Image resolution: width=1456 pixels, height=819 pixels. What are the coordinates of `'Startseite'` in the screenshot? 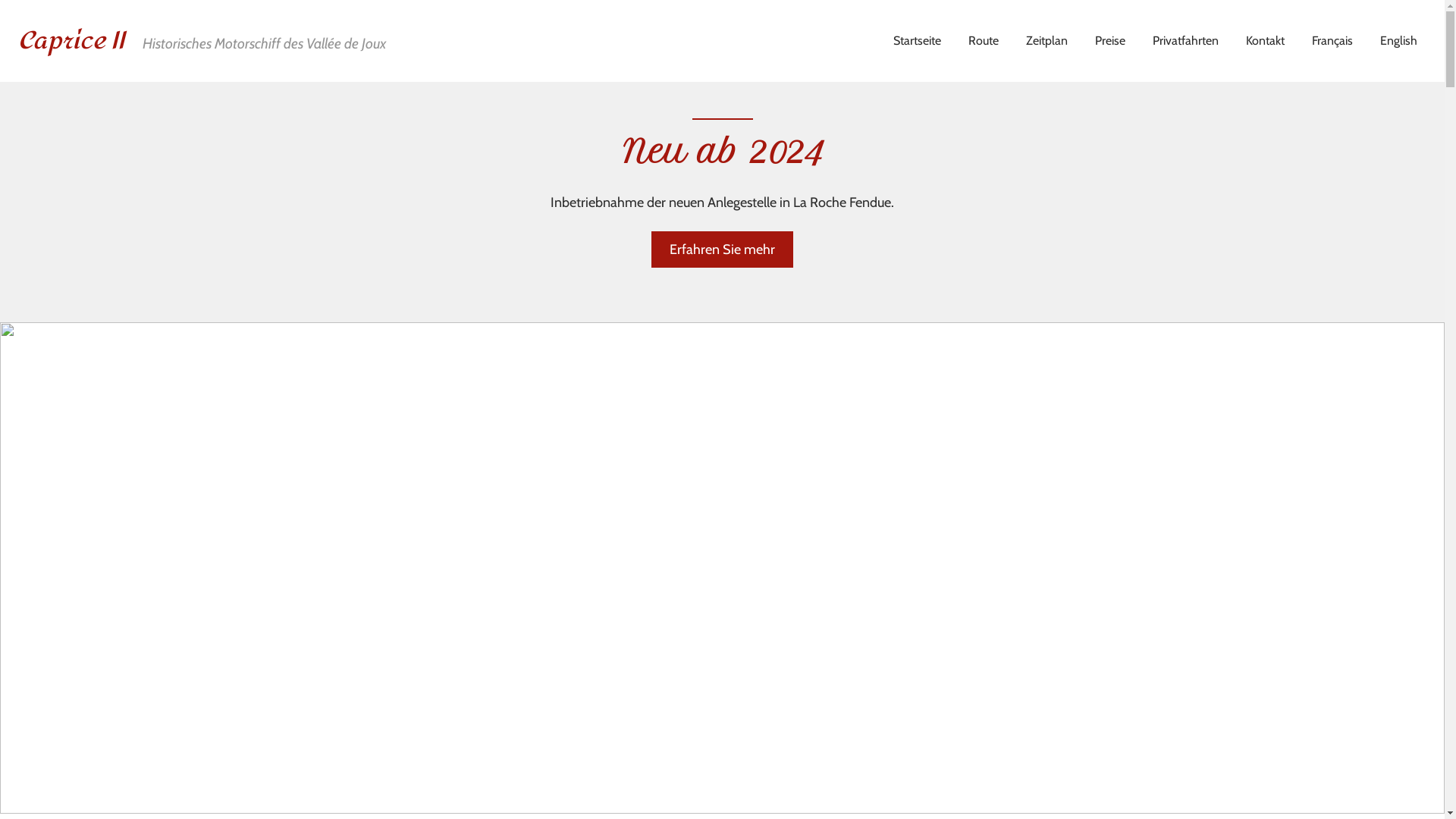 It's located at (916, 40).